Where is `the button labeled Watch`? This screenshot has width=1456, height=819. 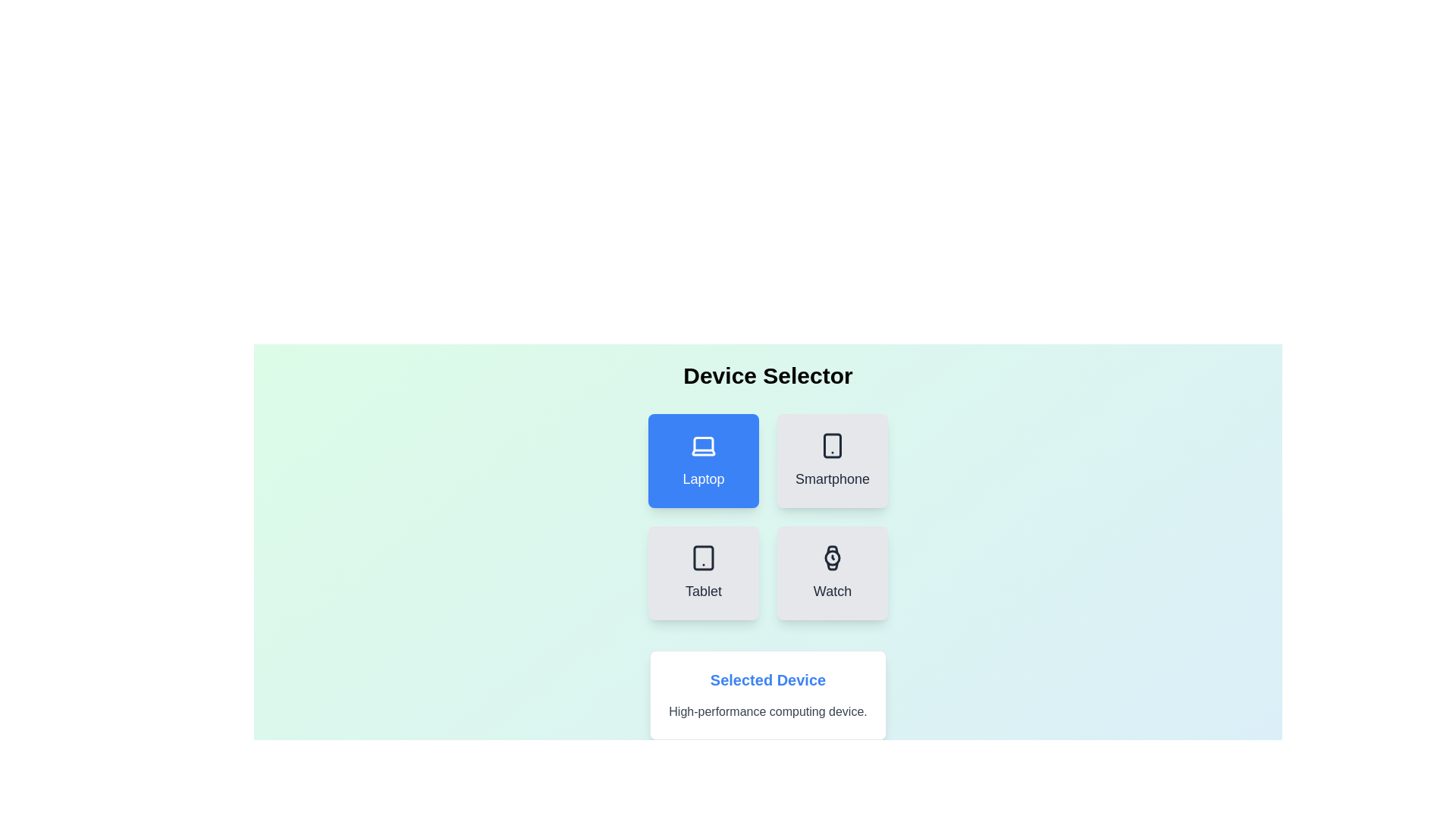
the button labeled Watch is located at coordinates (832, 573).